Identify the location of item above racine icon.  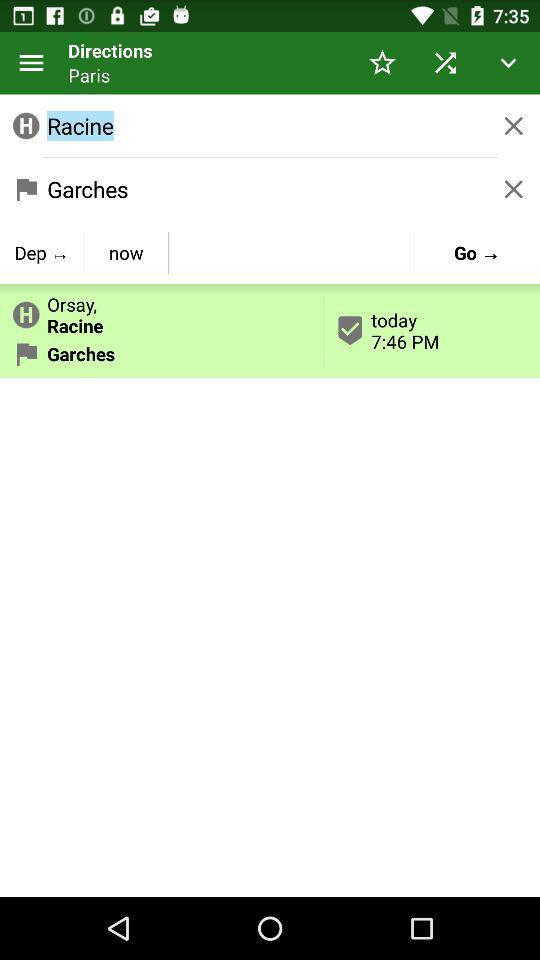
(445, 62).